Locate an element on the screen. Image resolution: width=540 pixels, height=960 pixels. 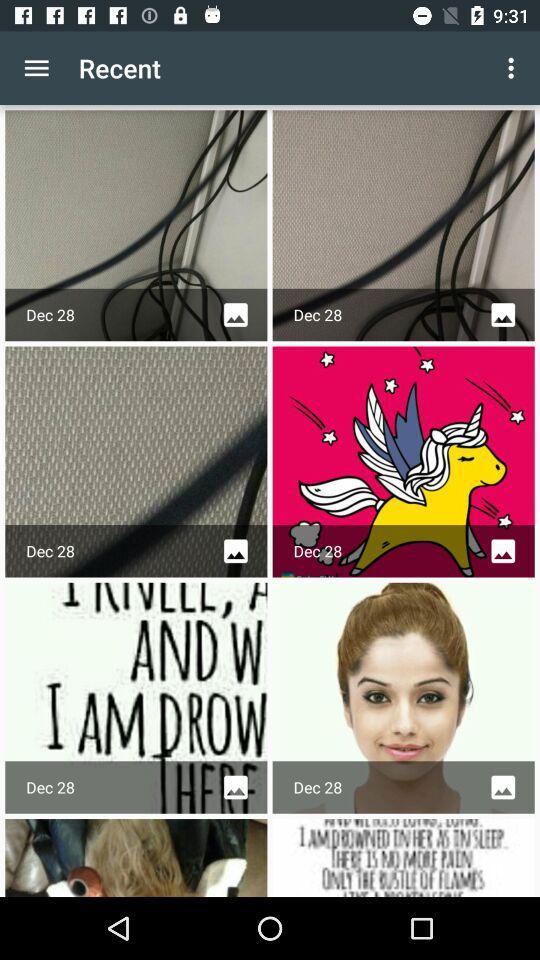
the image button is located at coordinates (502, 314).